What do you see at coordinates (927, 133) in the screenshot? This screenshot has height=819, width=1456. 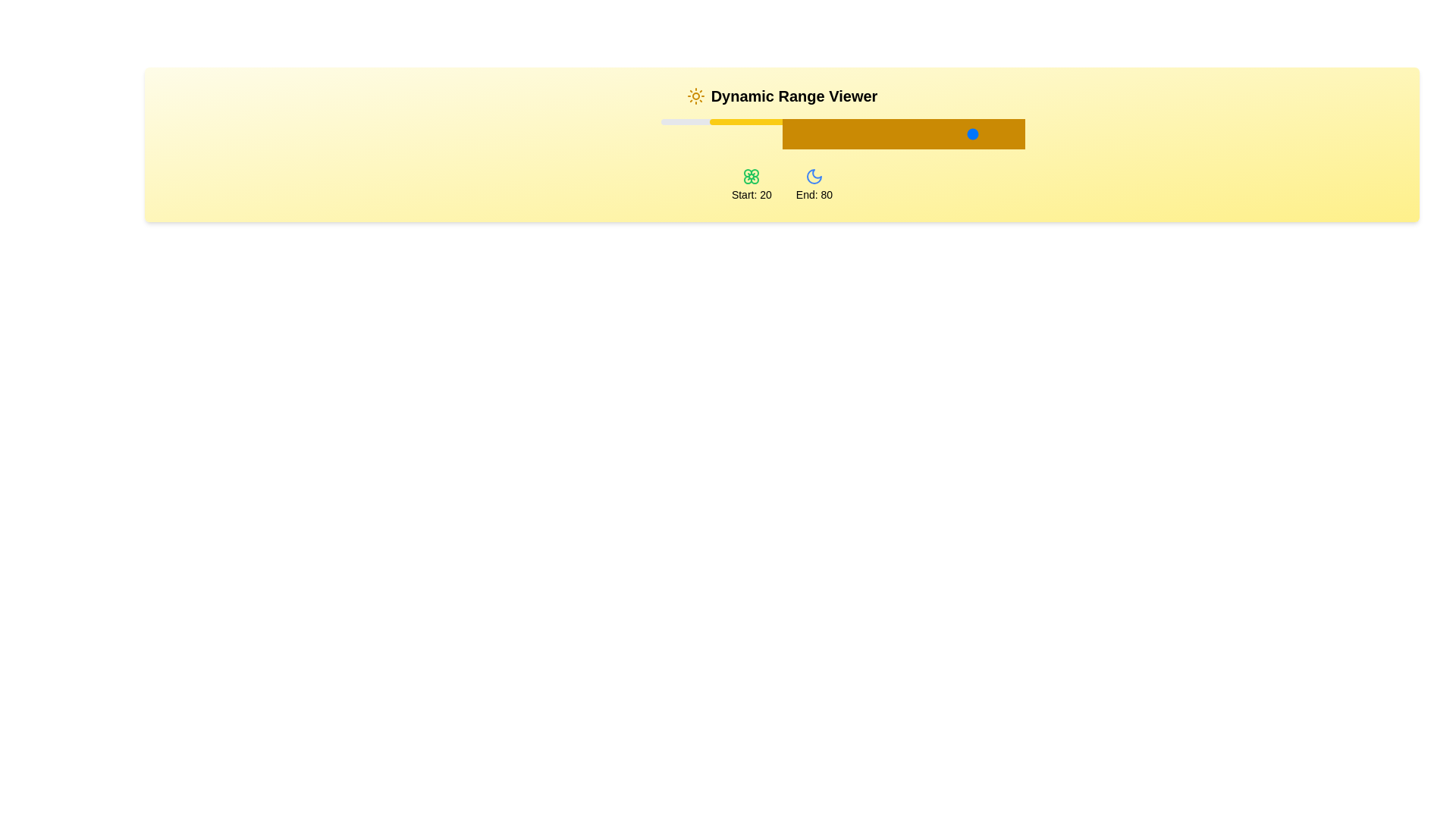 I see `the slider value` at bounding box center [927, 133].